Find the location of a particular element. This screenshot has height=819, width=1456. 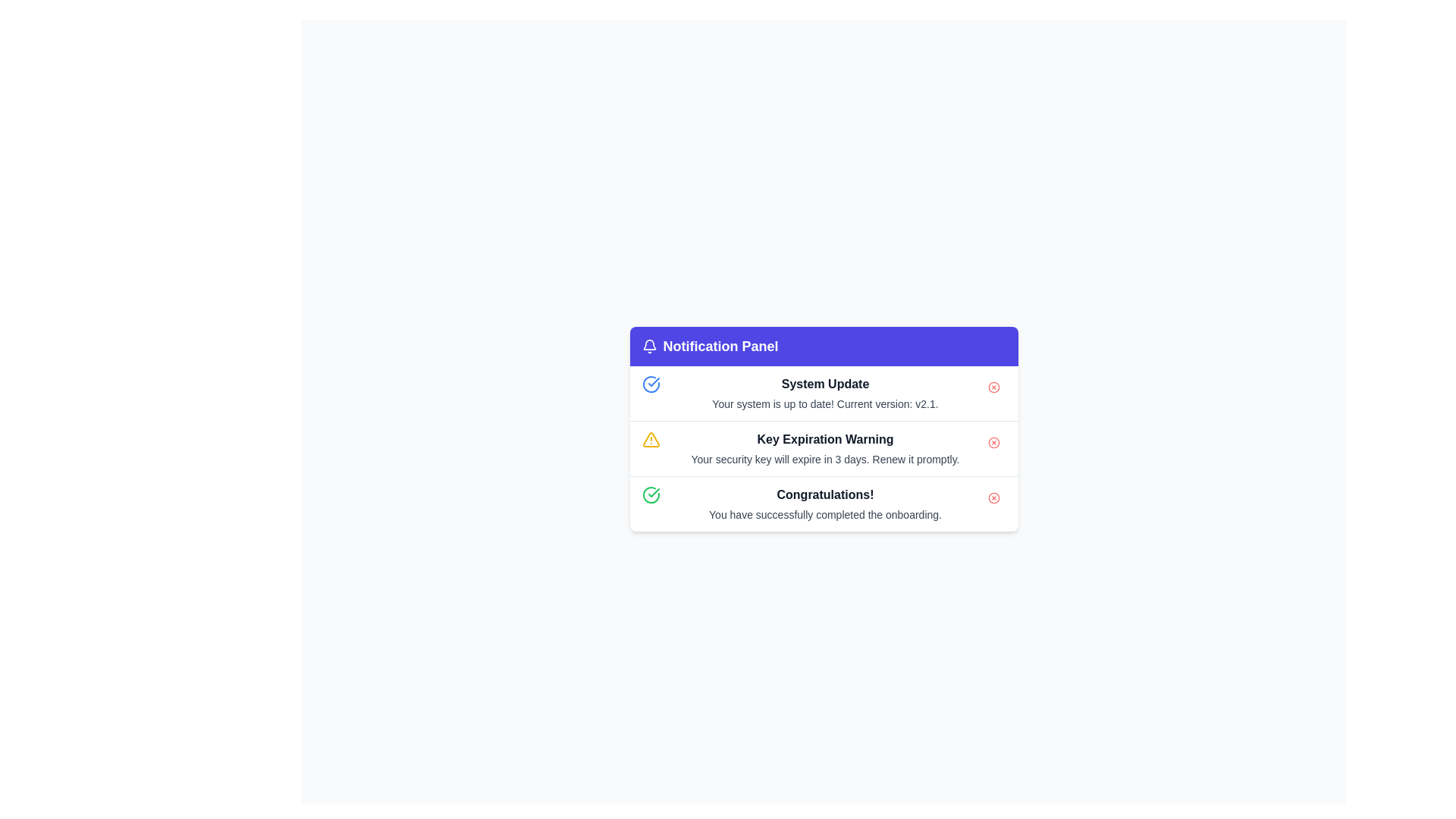

the interactive button located at the far-right of the notification panel, which is intended is located at coordinates (993, 497).